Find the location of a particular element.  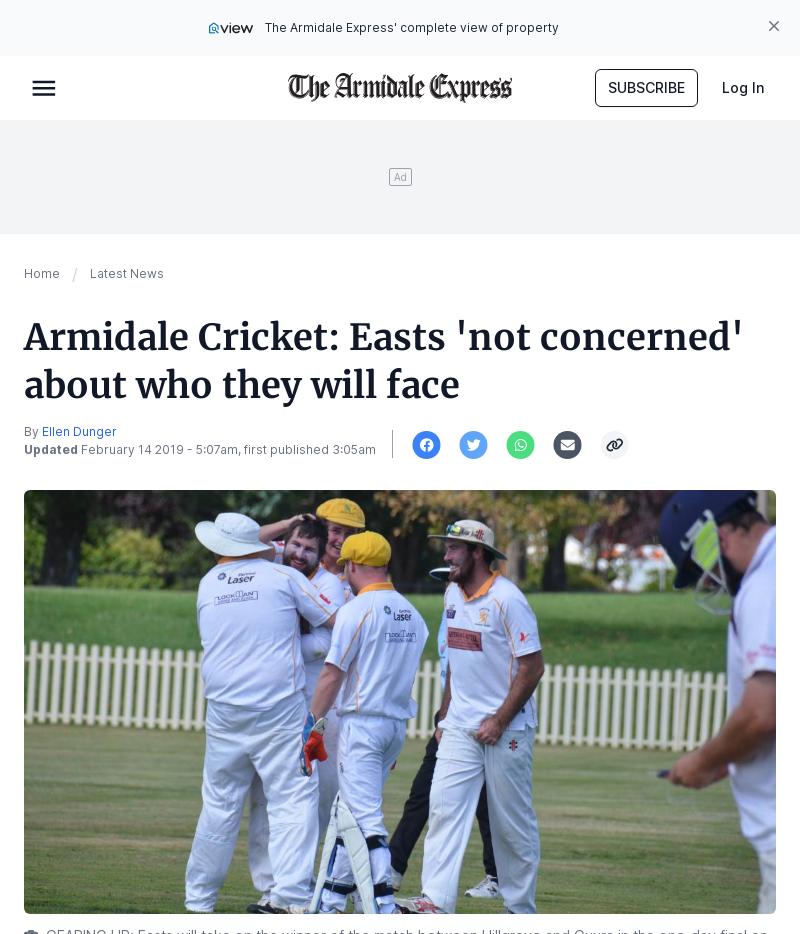

'Log In' is located at coordinates (742, 87).